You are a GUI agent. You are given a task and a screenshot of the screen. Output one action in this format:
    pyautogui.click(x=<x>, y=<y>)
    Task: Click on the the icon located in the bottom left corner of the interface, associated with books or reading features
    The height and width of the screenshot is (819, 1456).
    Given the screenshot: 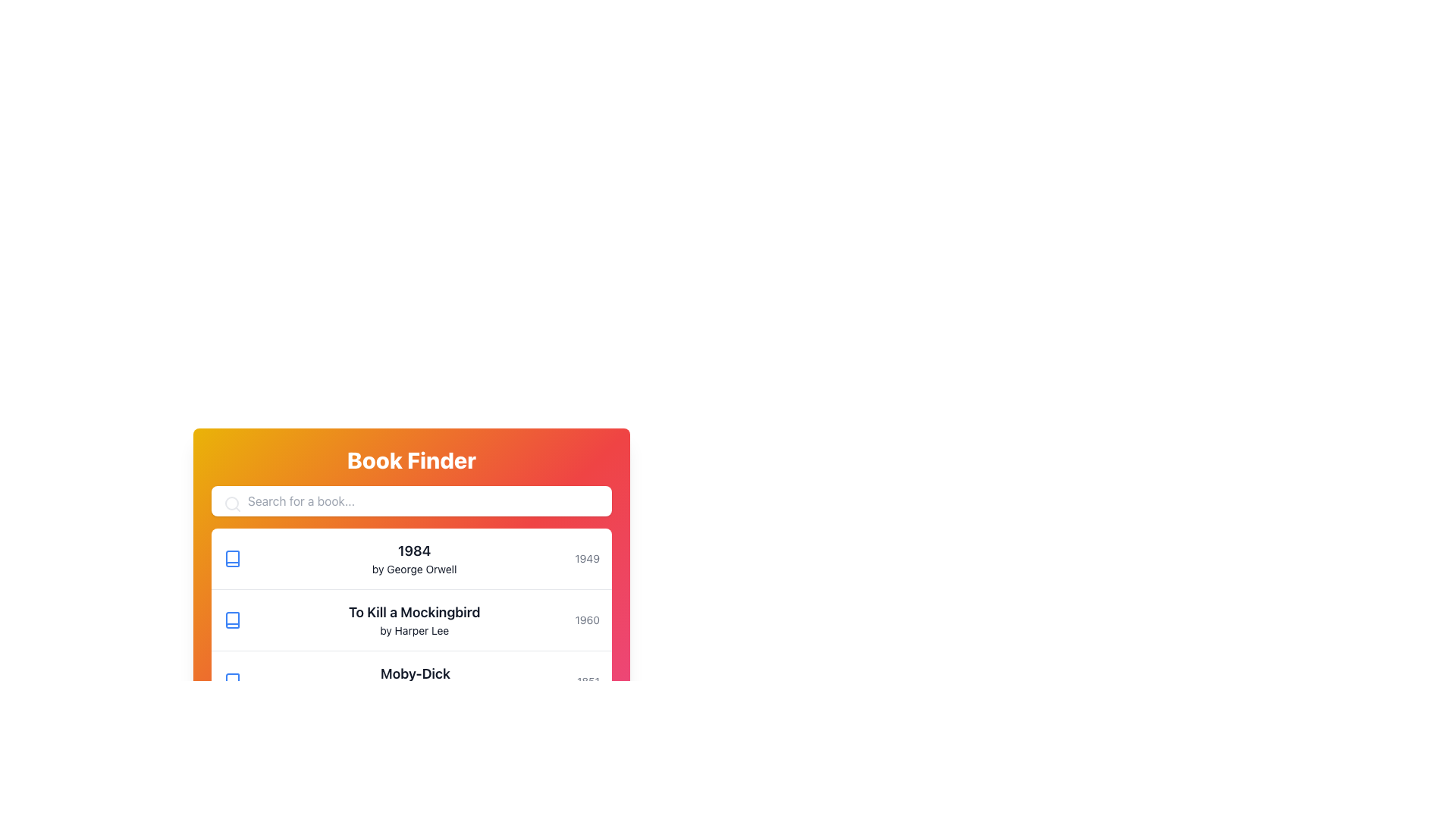 What is the action you would take?
    pyautogui.click(x=232, y=742)
    